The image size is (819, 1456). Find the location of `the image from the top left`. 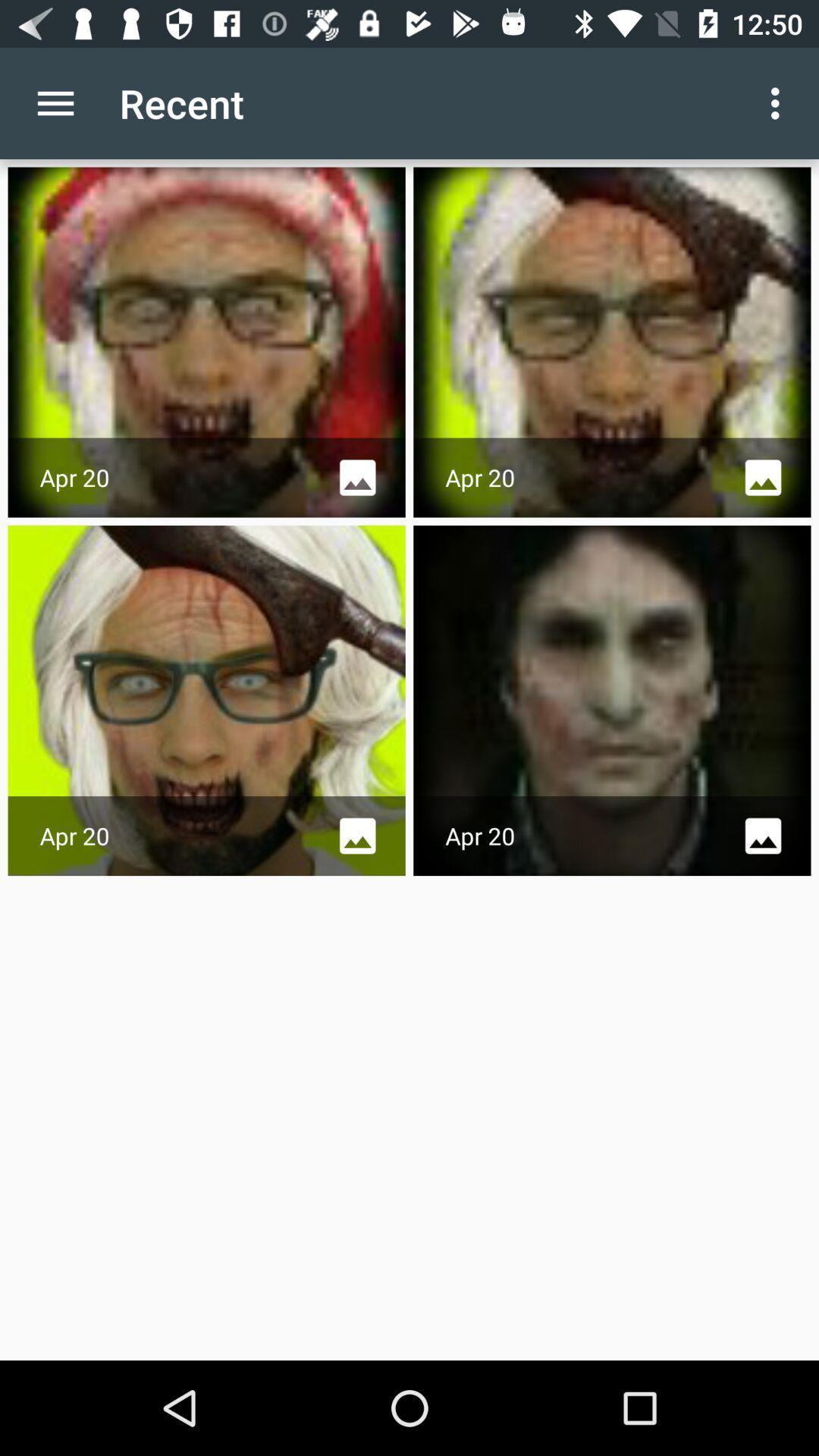

the image from the top left is located at coordinates (207, 341).